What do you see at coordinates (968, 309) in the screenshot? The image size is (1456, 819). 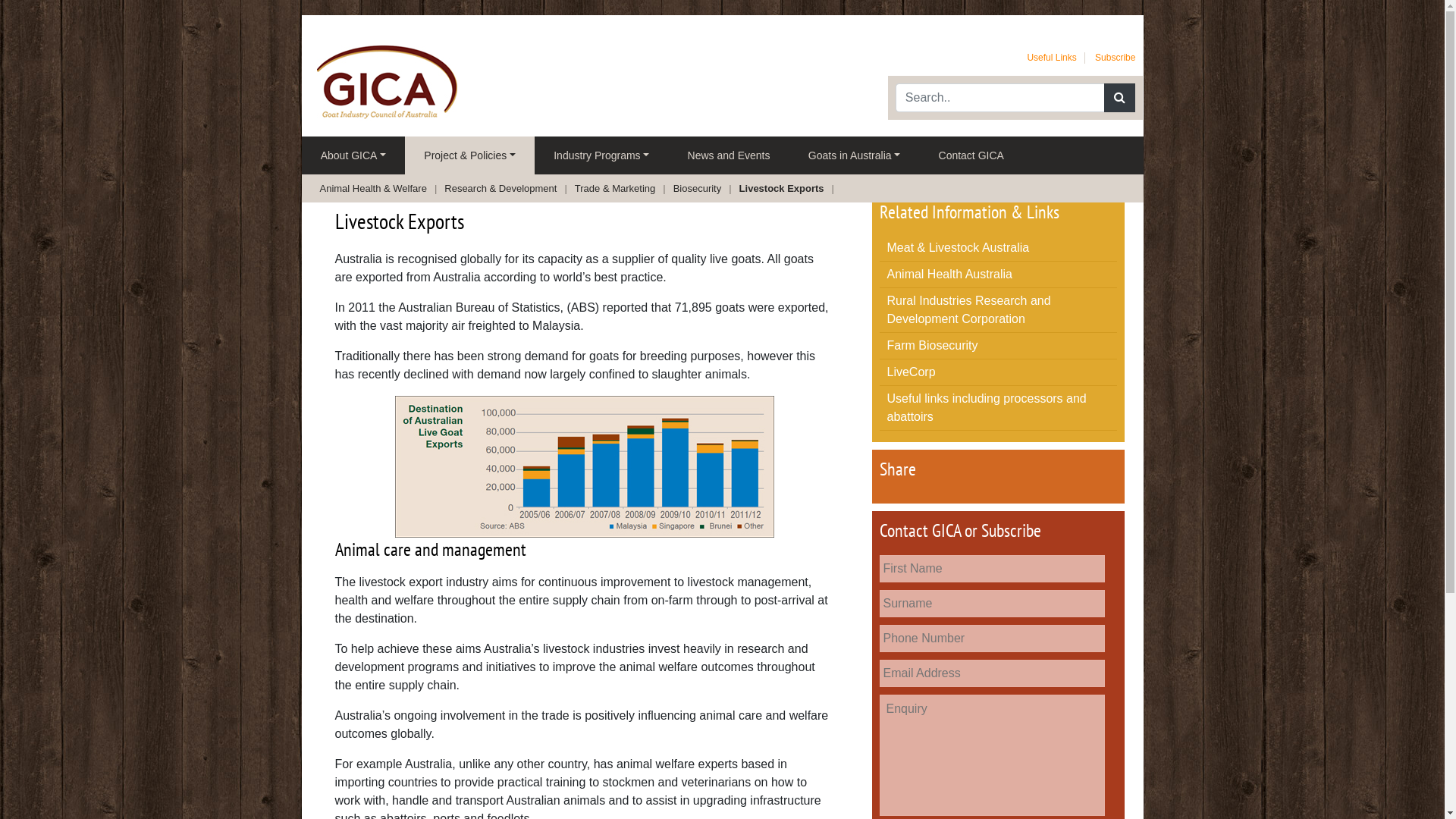 I see `'Rural Industries Research and Development Corporation'` at bounding box center [968, 309].